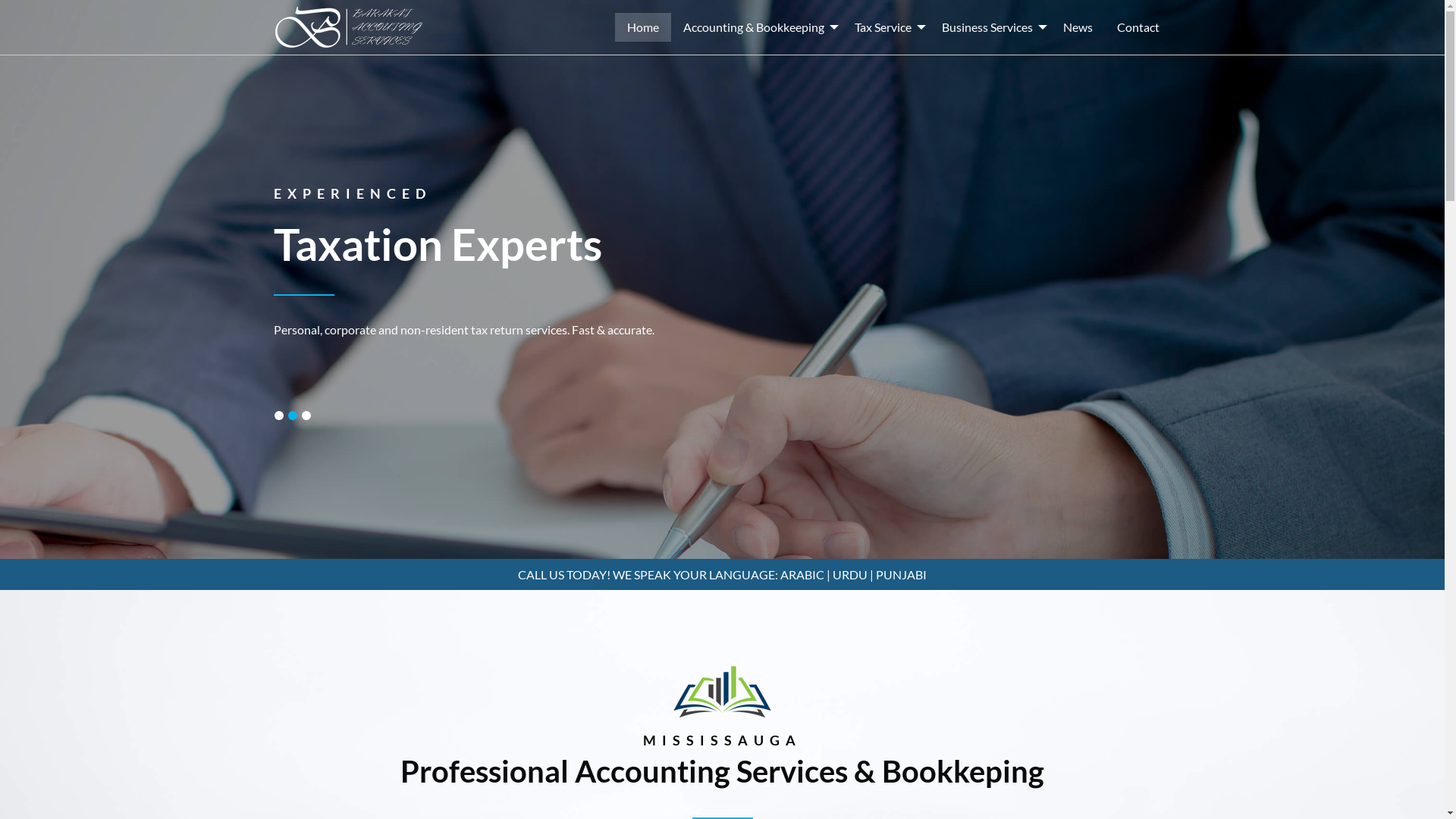 The width and height of the screenshot is (1456, 819). Describe the element at coordinates (756, 27) in the screenshot. I see `'Accounting & Bookkeeping'` at that location.